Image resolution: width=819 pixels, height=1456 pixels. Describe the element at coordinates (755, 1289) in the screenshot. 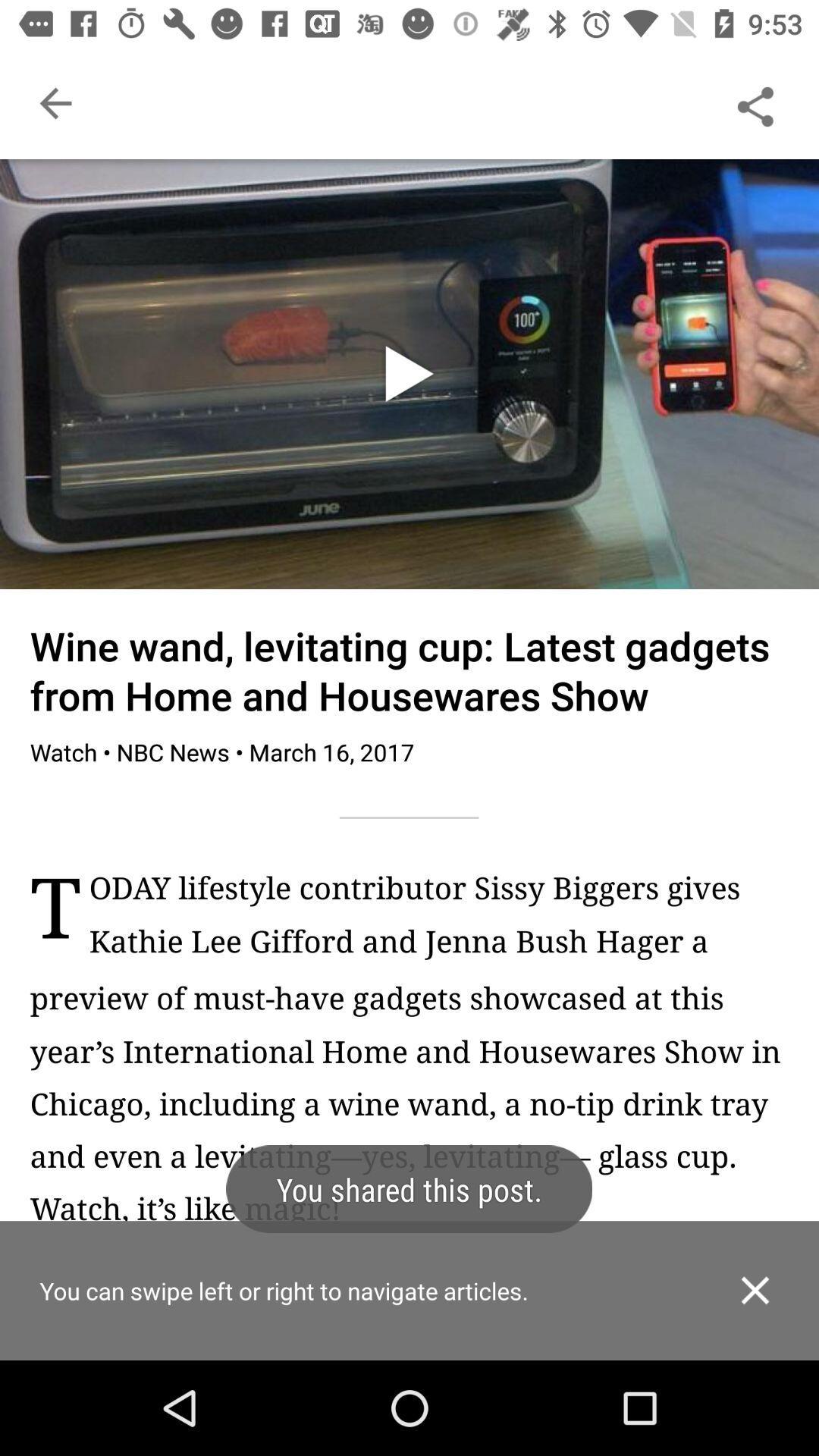

I see `close icon at bottom of page` at that location.